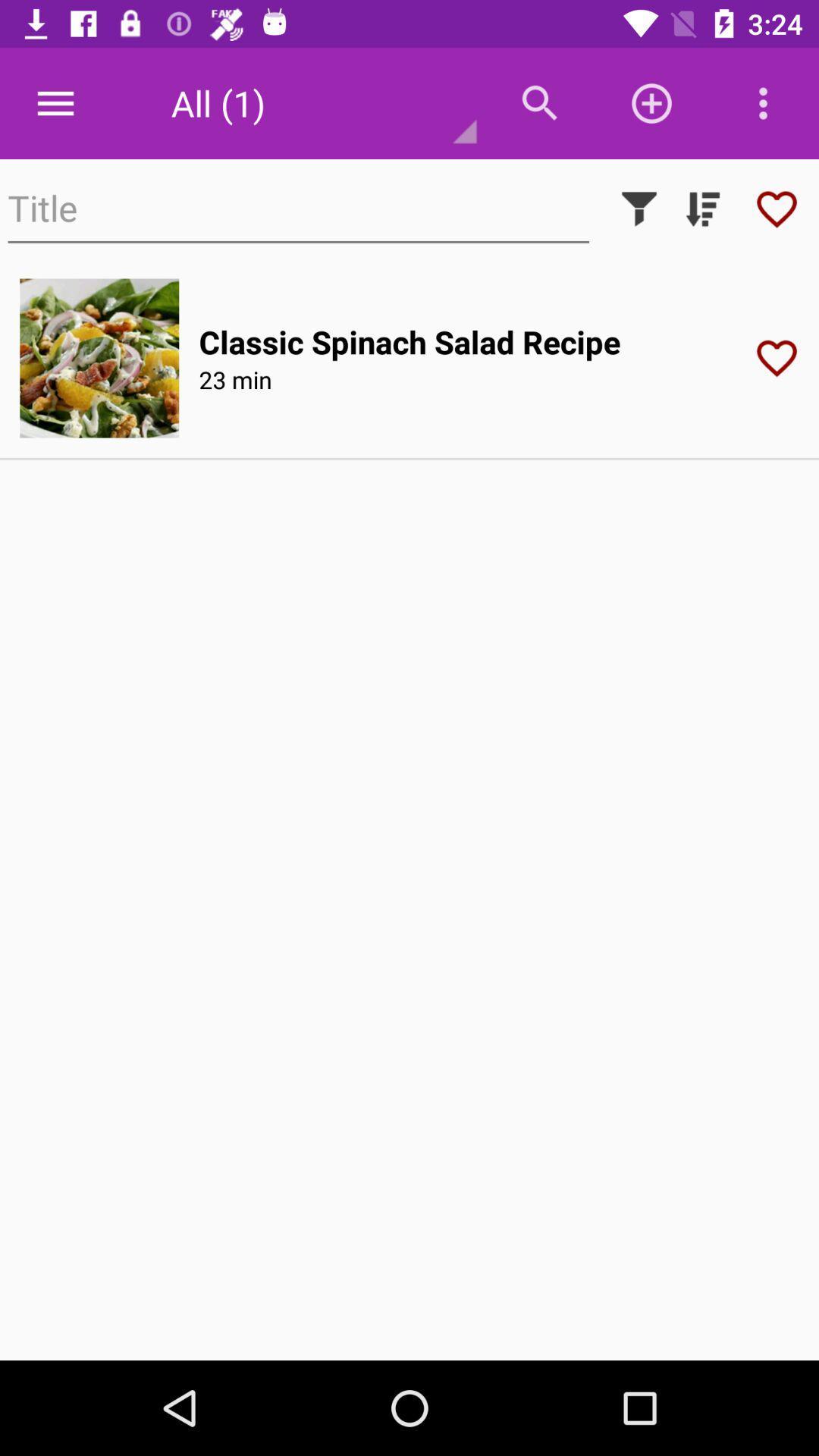 The image size is (819, 1456). Describe the element at coordinates (763, 103) in the screenshot. I see `the options icon` at that location.